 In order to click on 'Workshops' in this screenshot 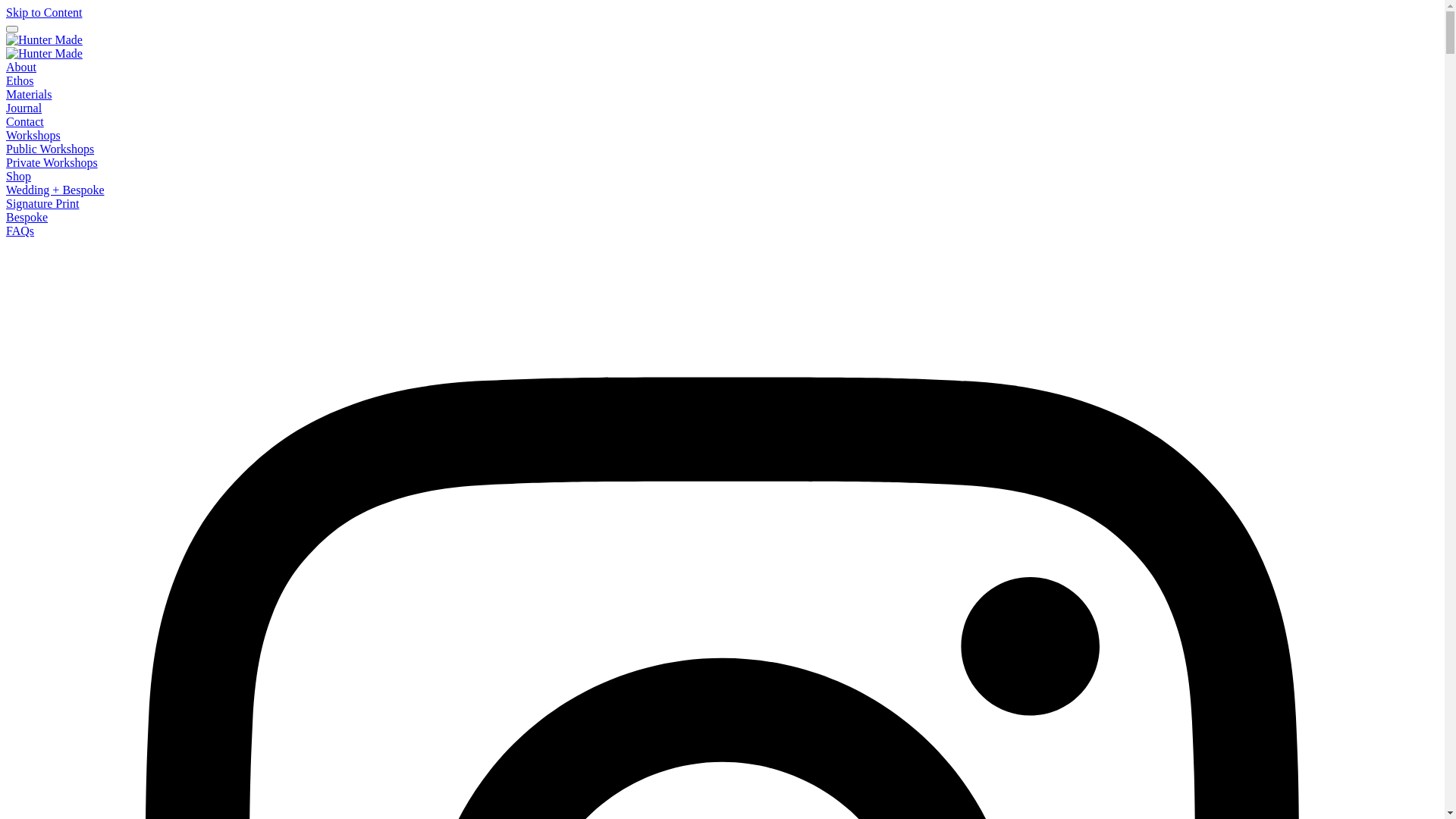, I will do `click(6, 134)`.